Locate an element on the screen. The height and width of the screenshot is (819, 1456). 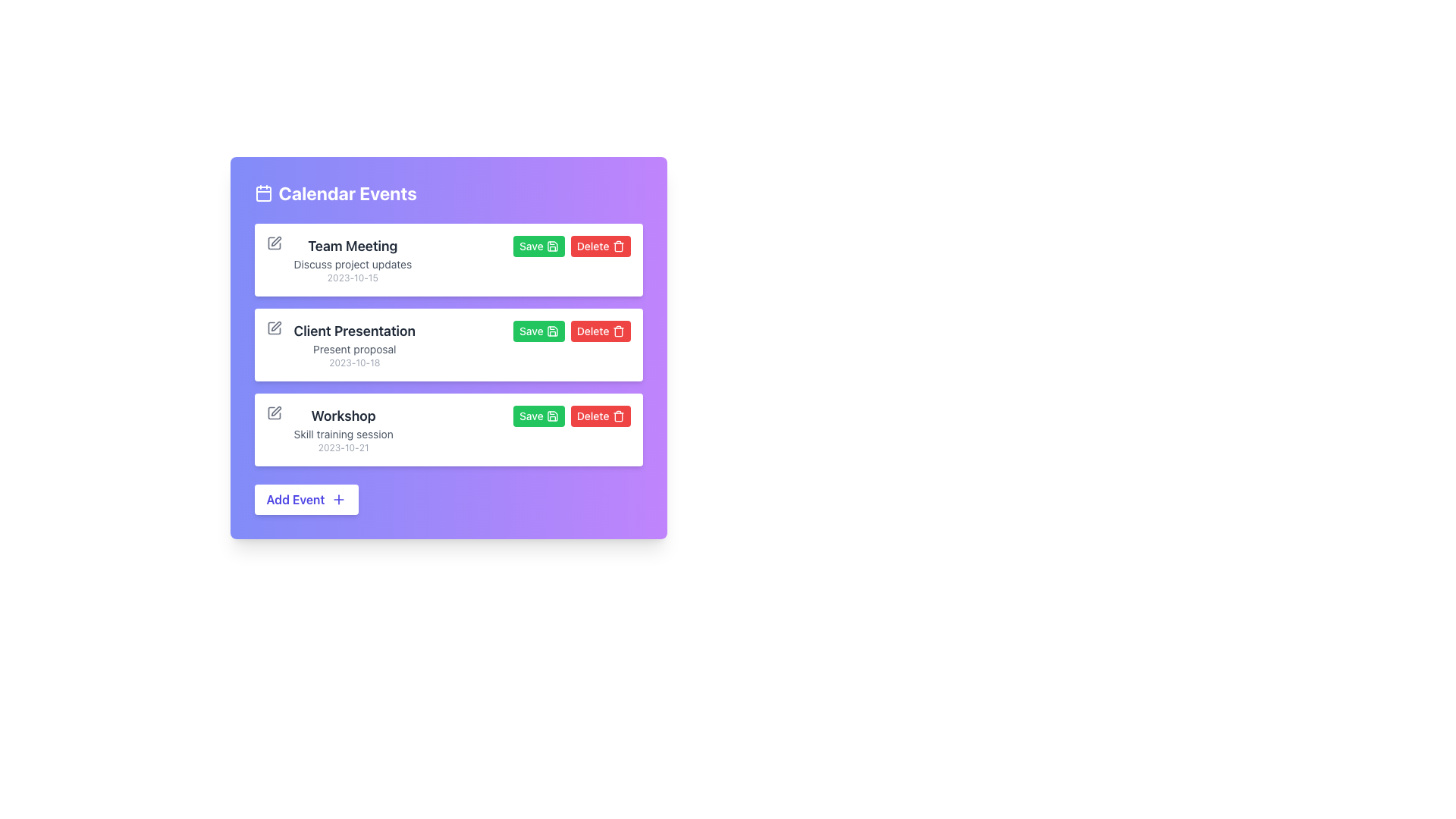
the 'Save' button associated with the 'Client Presentation' calendar event is located at coordinates (538, 330).